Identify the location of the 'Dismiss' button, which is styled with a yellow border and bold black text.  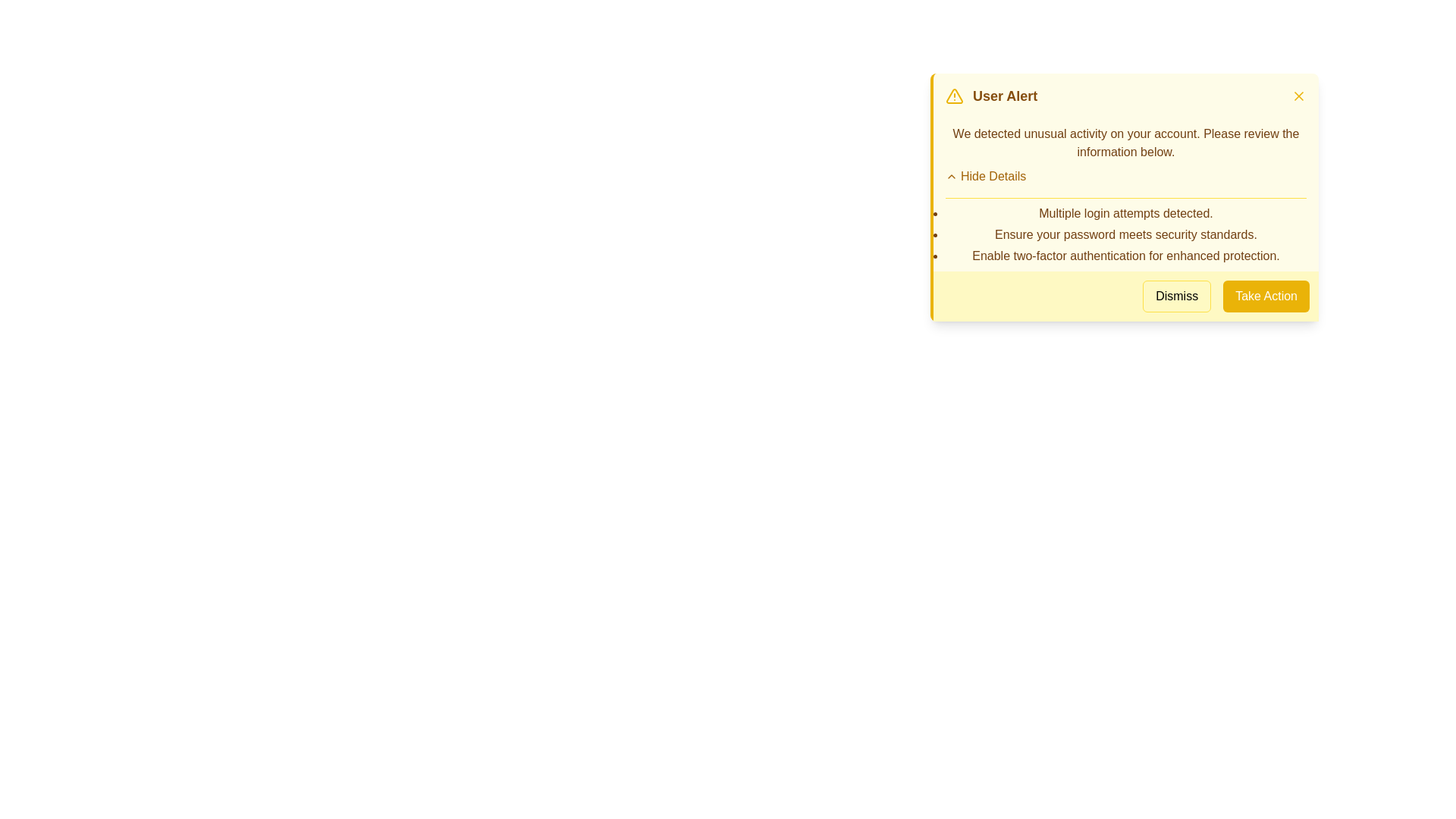
(1176, 296).